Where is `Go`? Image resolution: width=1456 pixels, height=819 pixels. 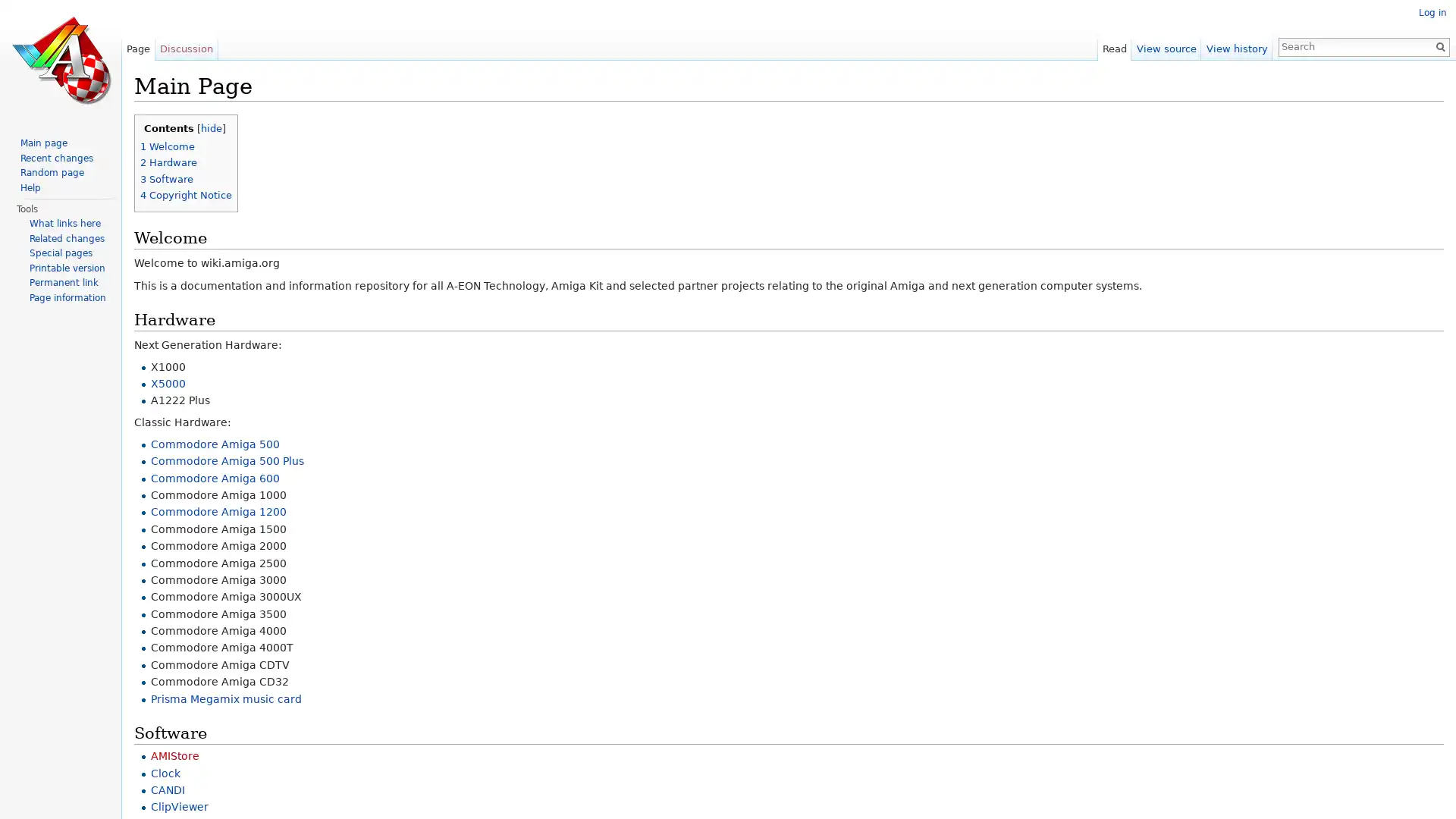
Go is located at coordinates (1433, 45).